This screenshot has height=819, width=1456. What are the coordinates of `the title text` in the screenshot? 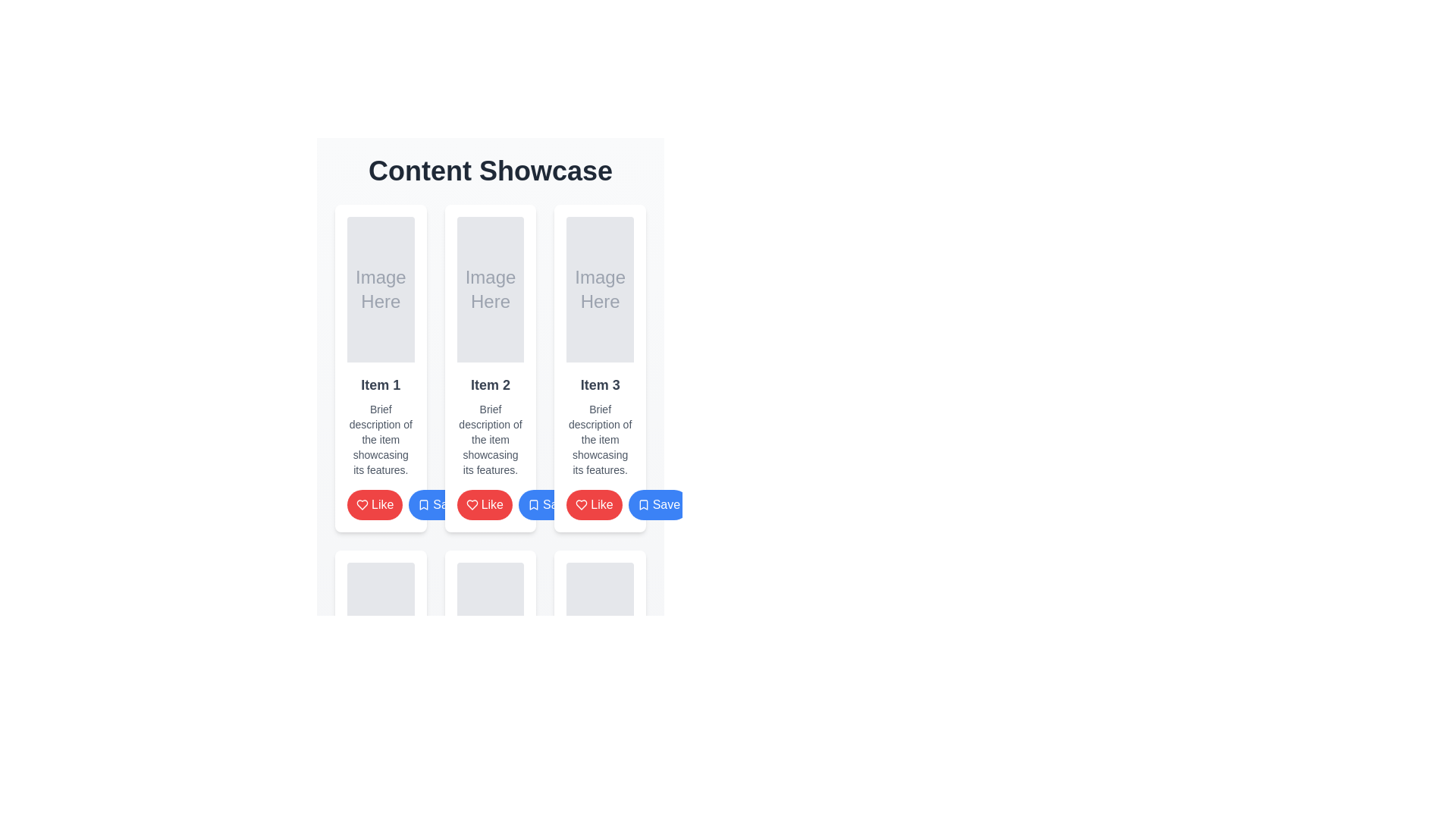 It's located at (599, 384).